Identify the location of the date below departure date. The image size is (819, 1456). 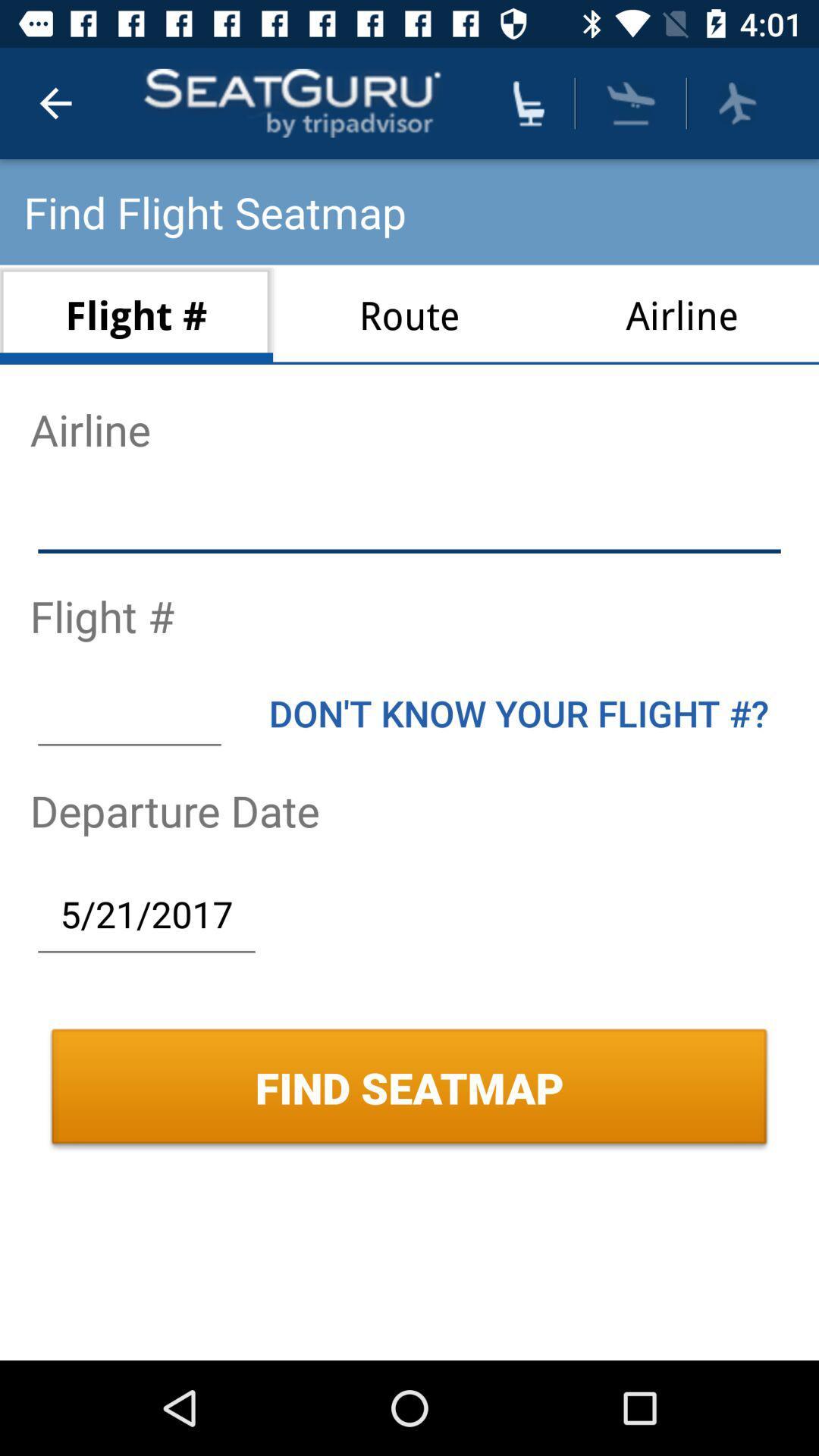
(146, 912).